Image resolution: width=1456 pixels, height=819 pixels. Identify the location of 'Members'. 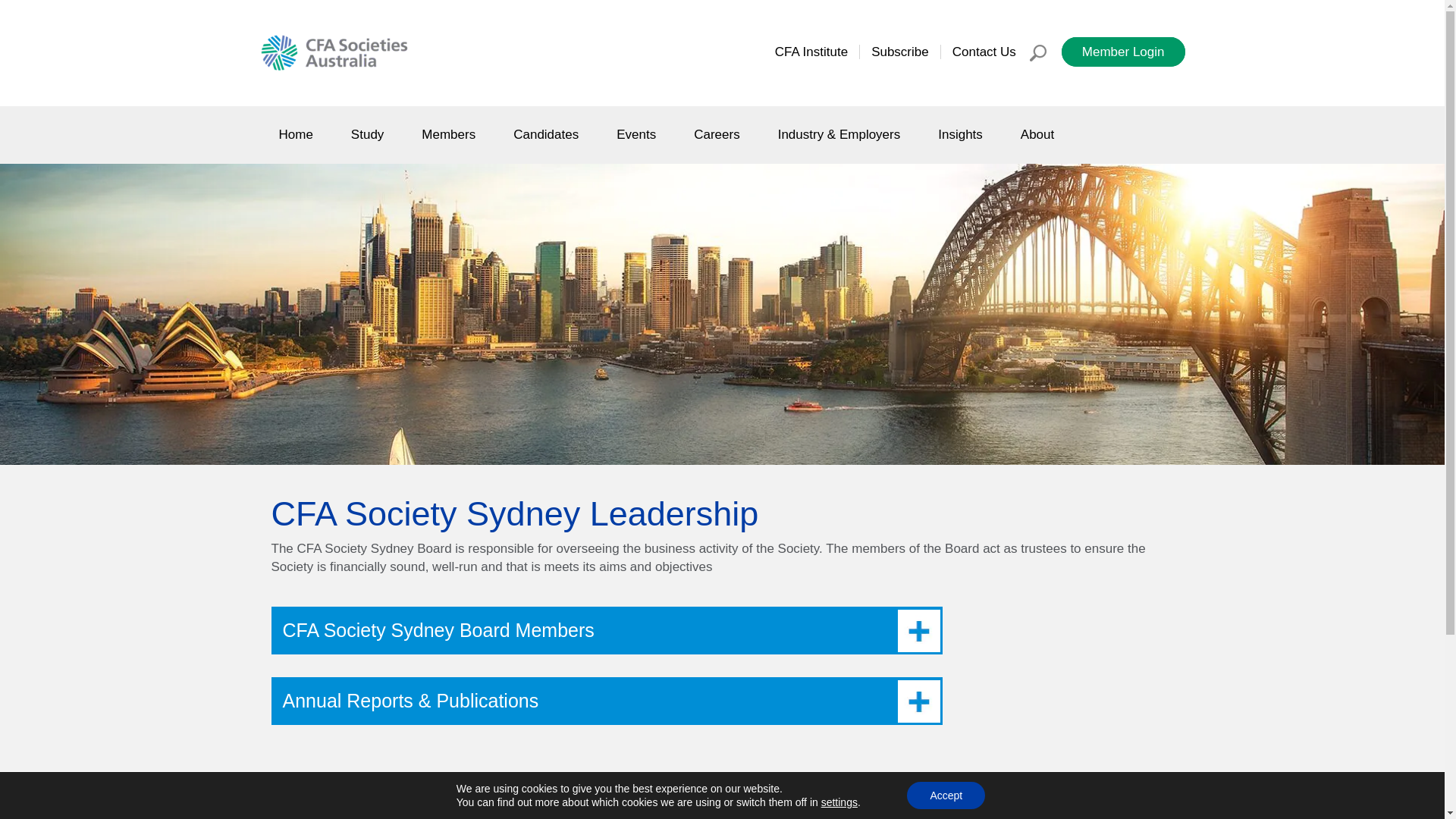
(447, 133).